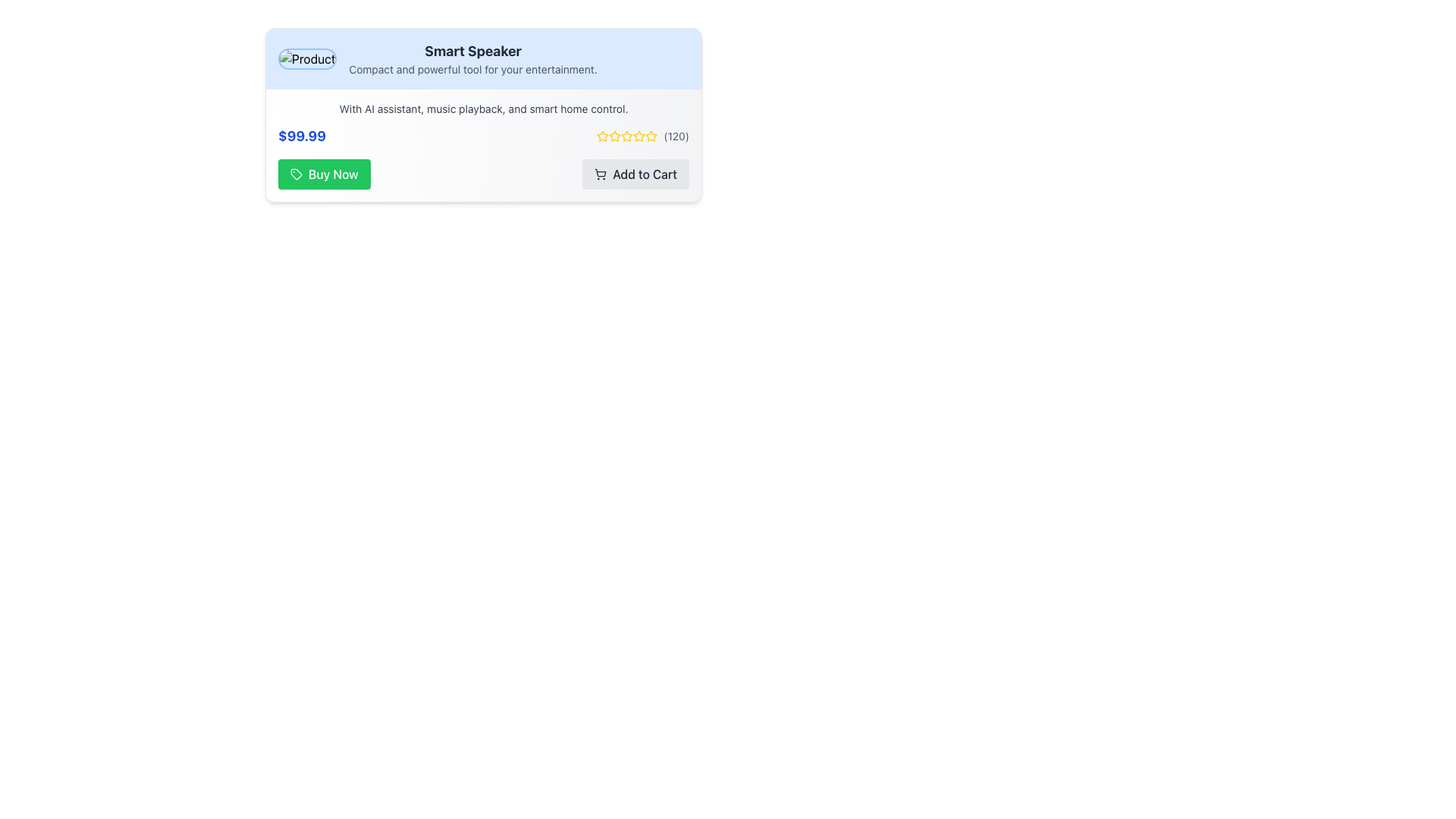 The image size is (1456, 819). What do you see at coordinates (627, 135) in the screenshot?
I see `the third star icon in the rating system` at bounding box center [627, 135].